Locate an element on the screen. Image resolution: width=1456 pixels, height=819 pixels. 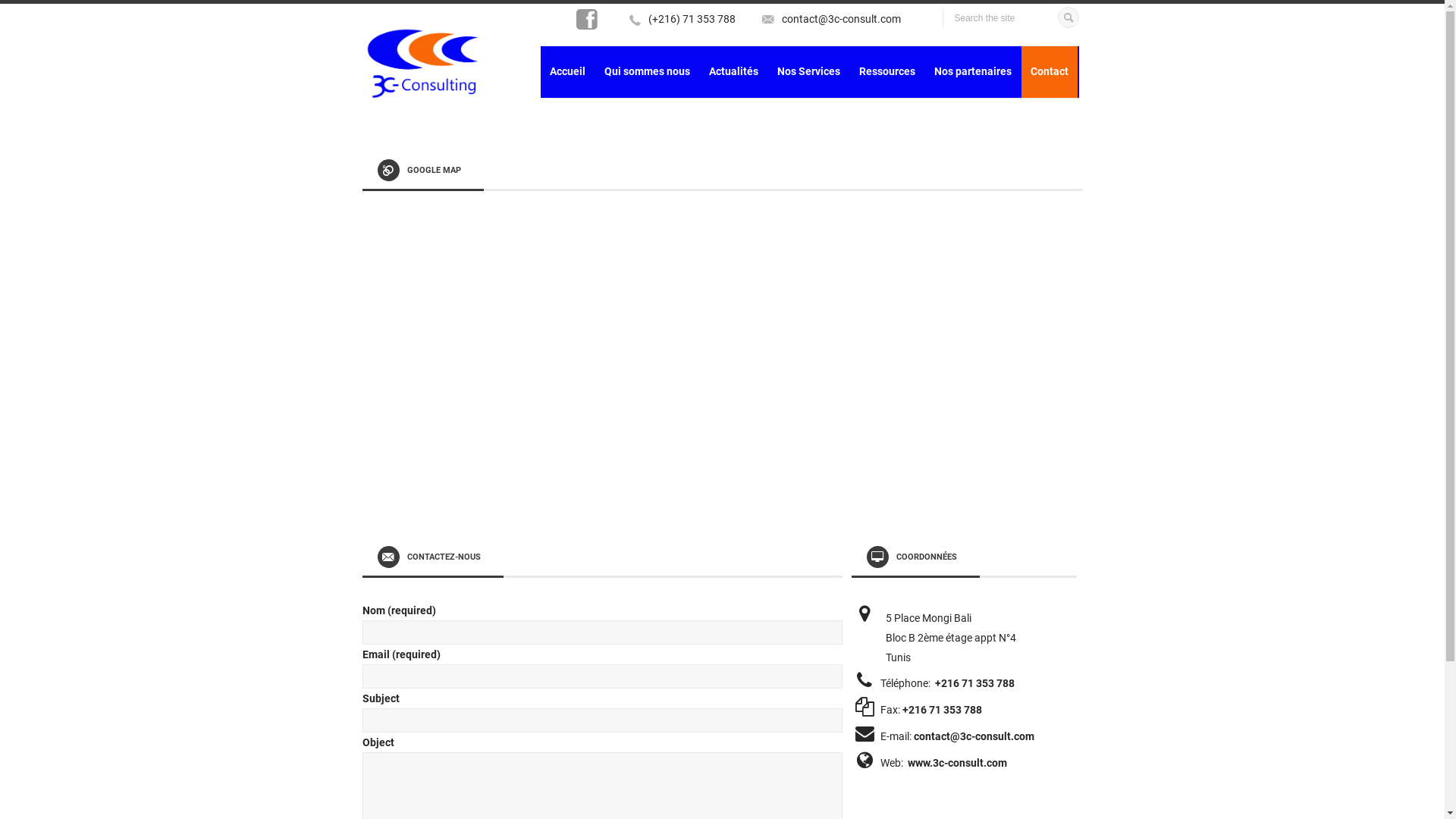
'Recherche' is located at coordinates (1066, 14).